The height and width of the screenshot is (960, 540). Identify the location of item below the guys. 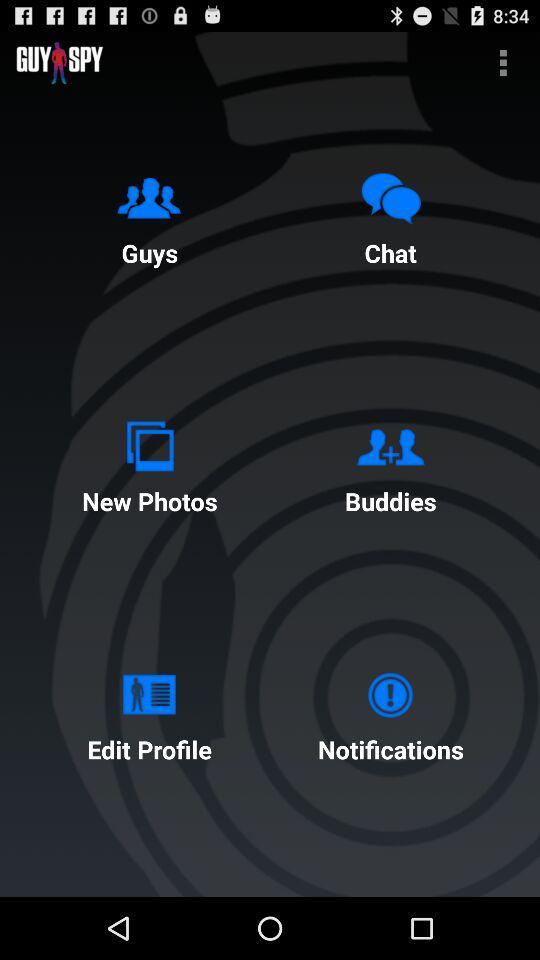
(148, 463).